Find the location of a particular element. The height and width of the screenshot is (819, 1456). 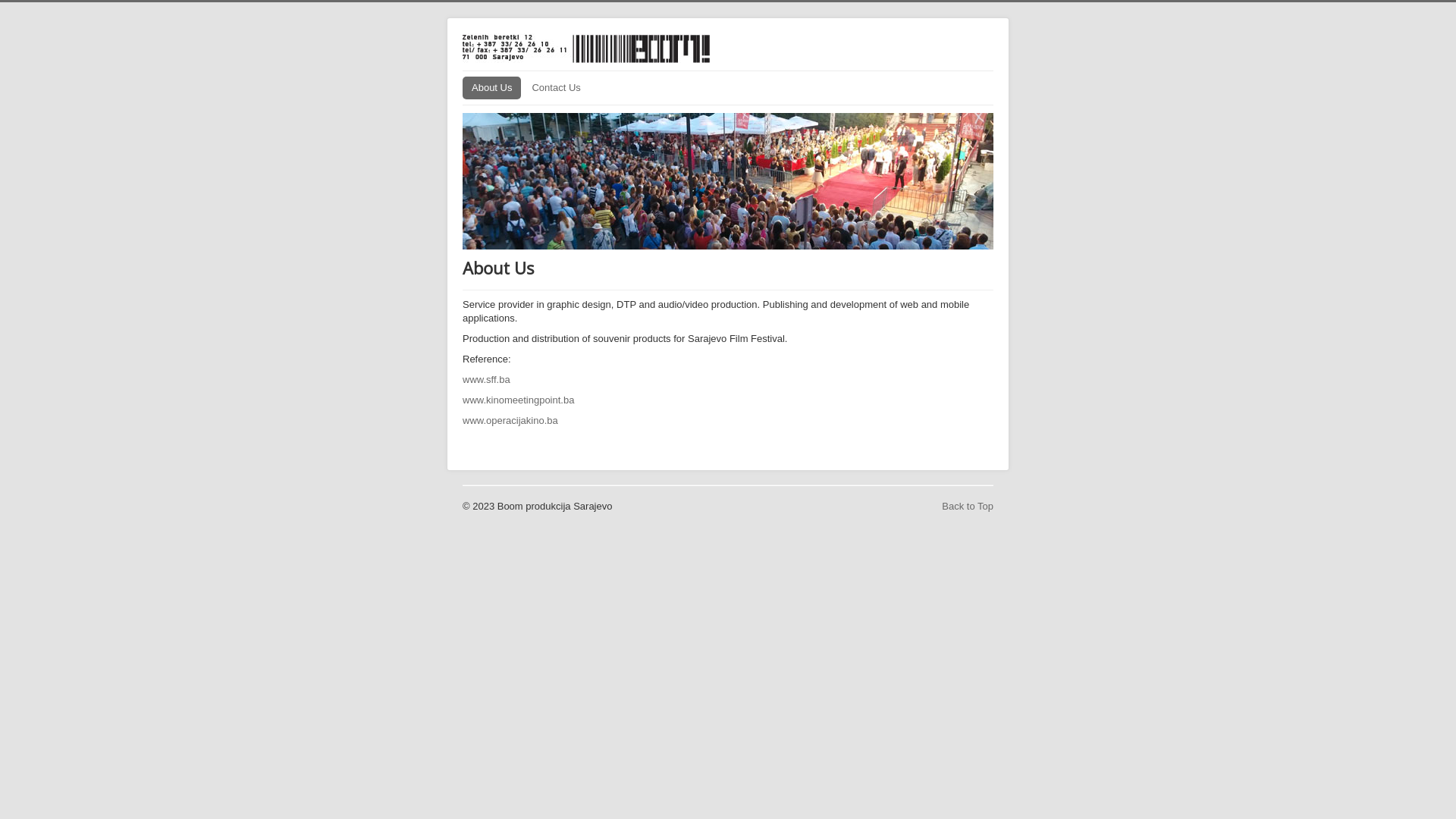

'About Us' is located at coordinates (491, 87).